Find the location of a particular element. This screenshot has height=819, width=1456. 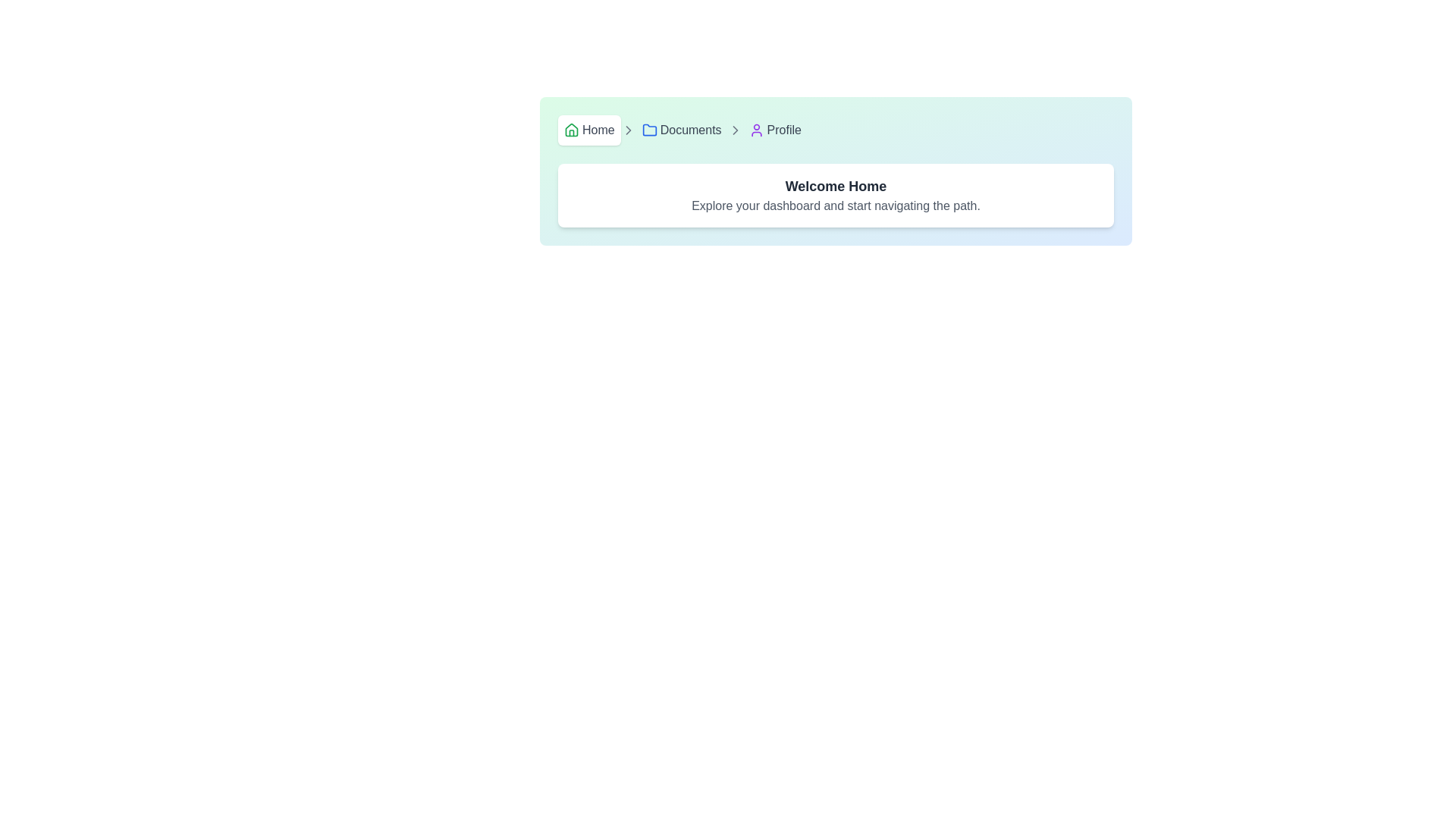

the 'Documents' label, which is a plain text label in dark font color located within the navigation bar, positioned between 'Home' and 'Profile' labels is located at coordinates (690, 130).